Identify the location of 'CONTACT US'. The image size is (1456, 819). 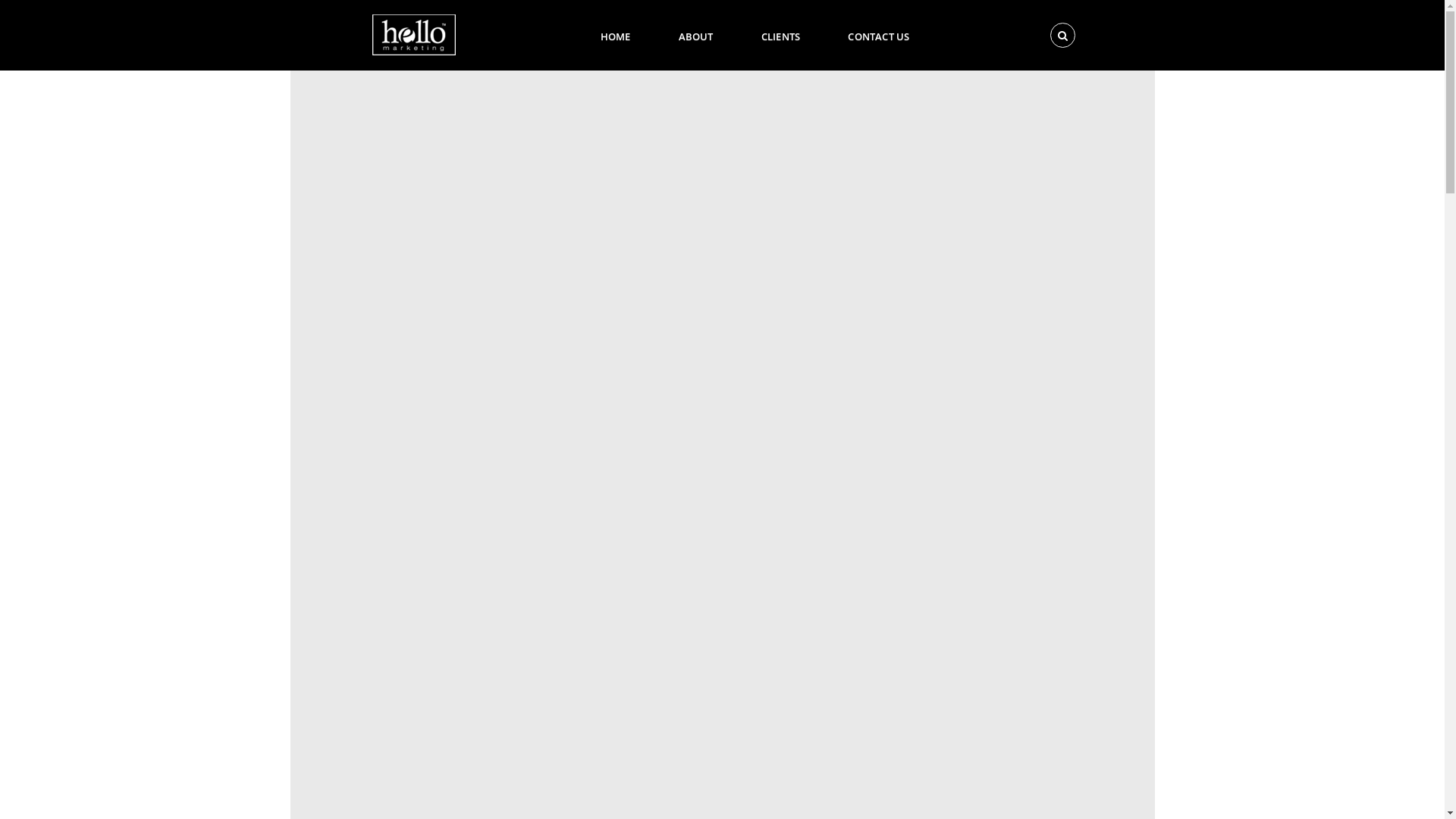
(829, 34).